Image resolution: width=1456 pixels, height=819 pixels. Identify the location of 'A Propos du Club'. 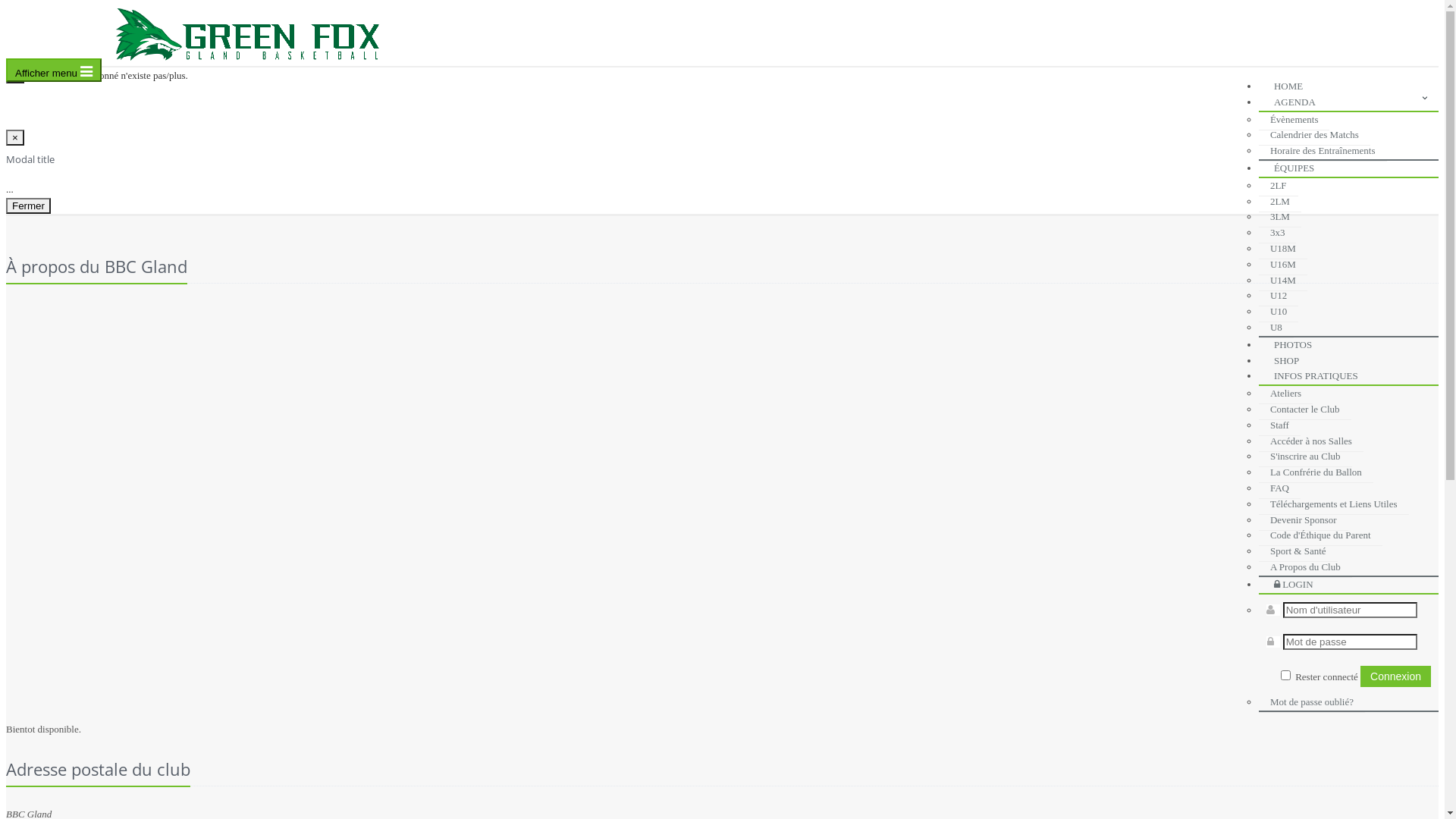
(1304, 567).